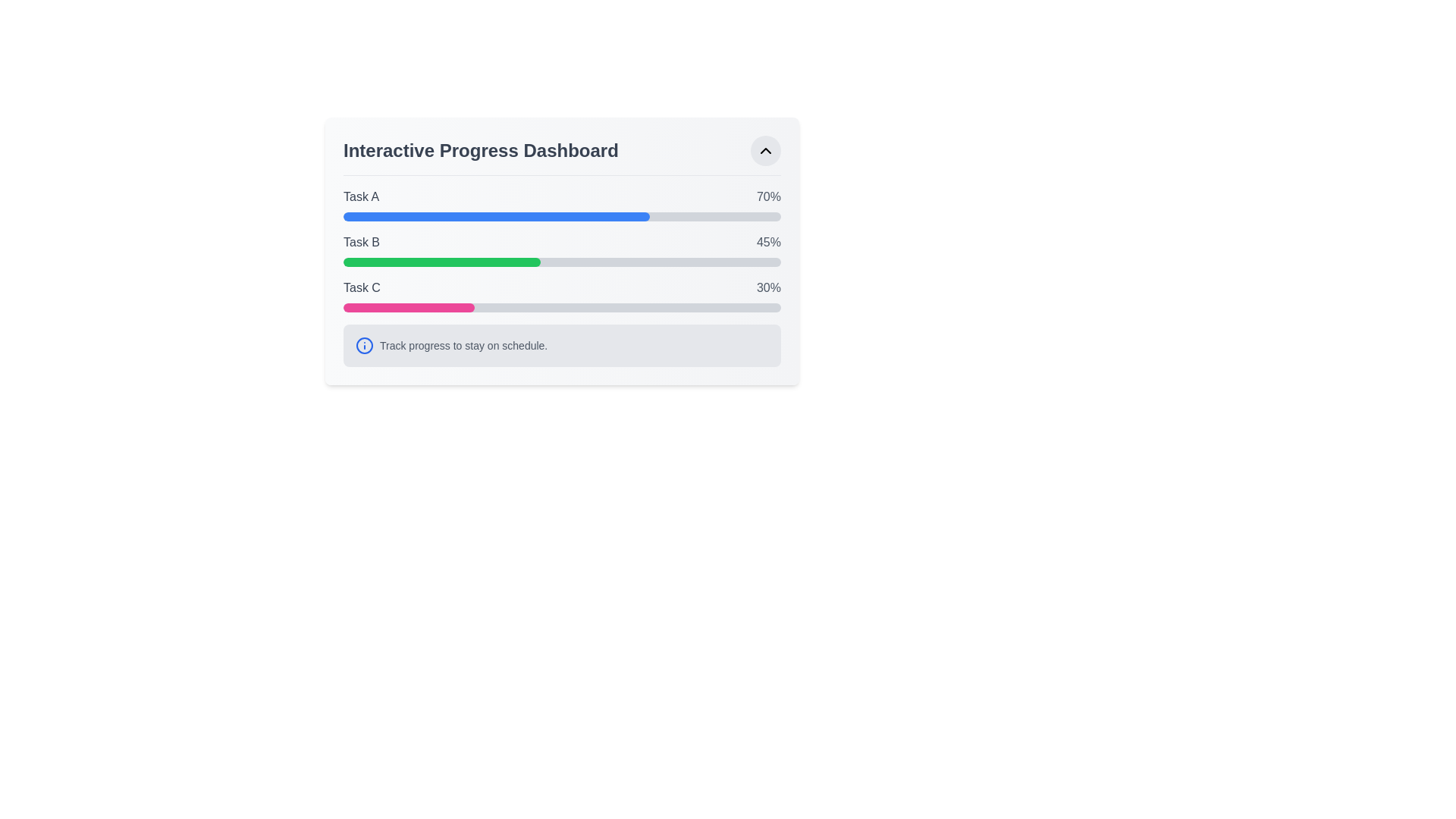 This screenshot has width=1456, height=819. I want to click on the Progress bar representing 45% completion of 'Task B' in the progress dashboard, so click(441, 262).